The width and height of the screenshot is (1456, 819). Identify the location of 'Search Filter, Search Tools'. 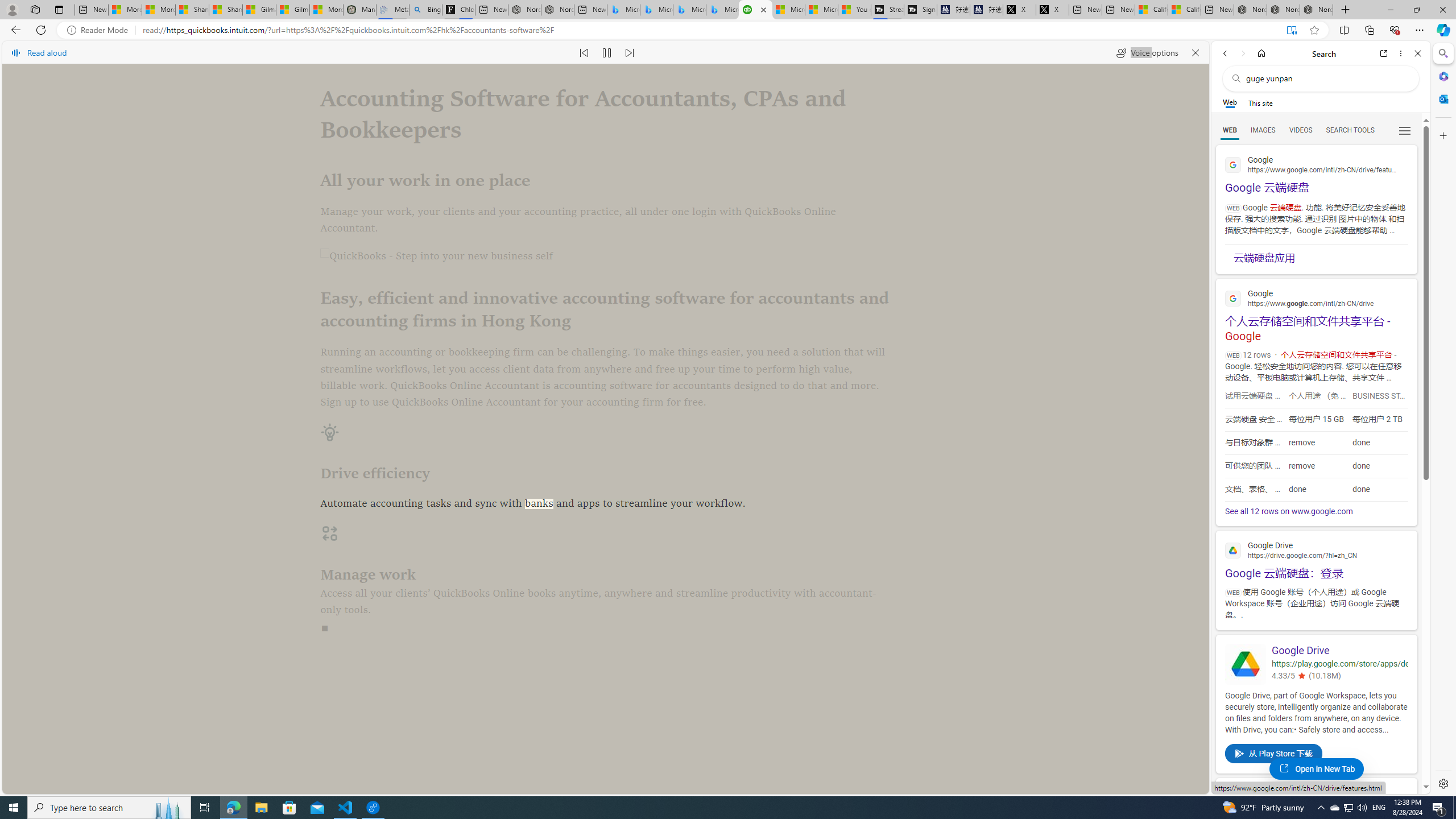
(1350, 129).